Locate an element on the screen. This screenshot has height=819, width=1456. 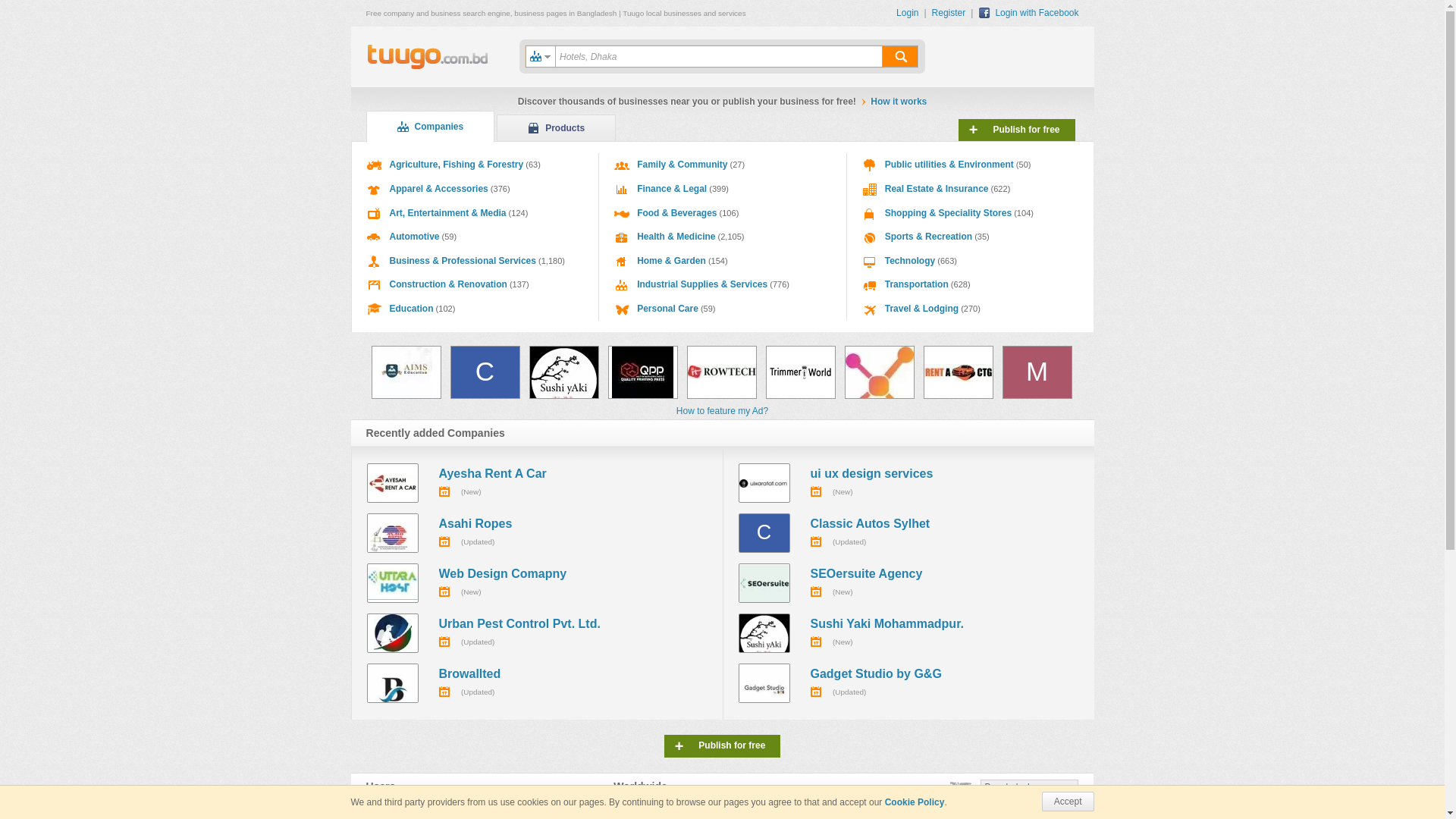
' Family & Community (27)' is located at coordinates (722, 165).